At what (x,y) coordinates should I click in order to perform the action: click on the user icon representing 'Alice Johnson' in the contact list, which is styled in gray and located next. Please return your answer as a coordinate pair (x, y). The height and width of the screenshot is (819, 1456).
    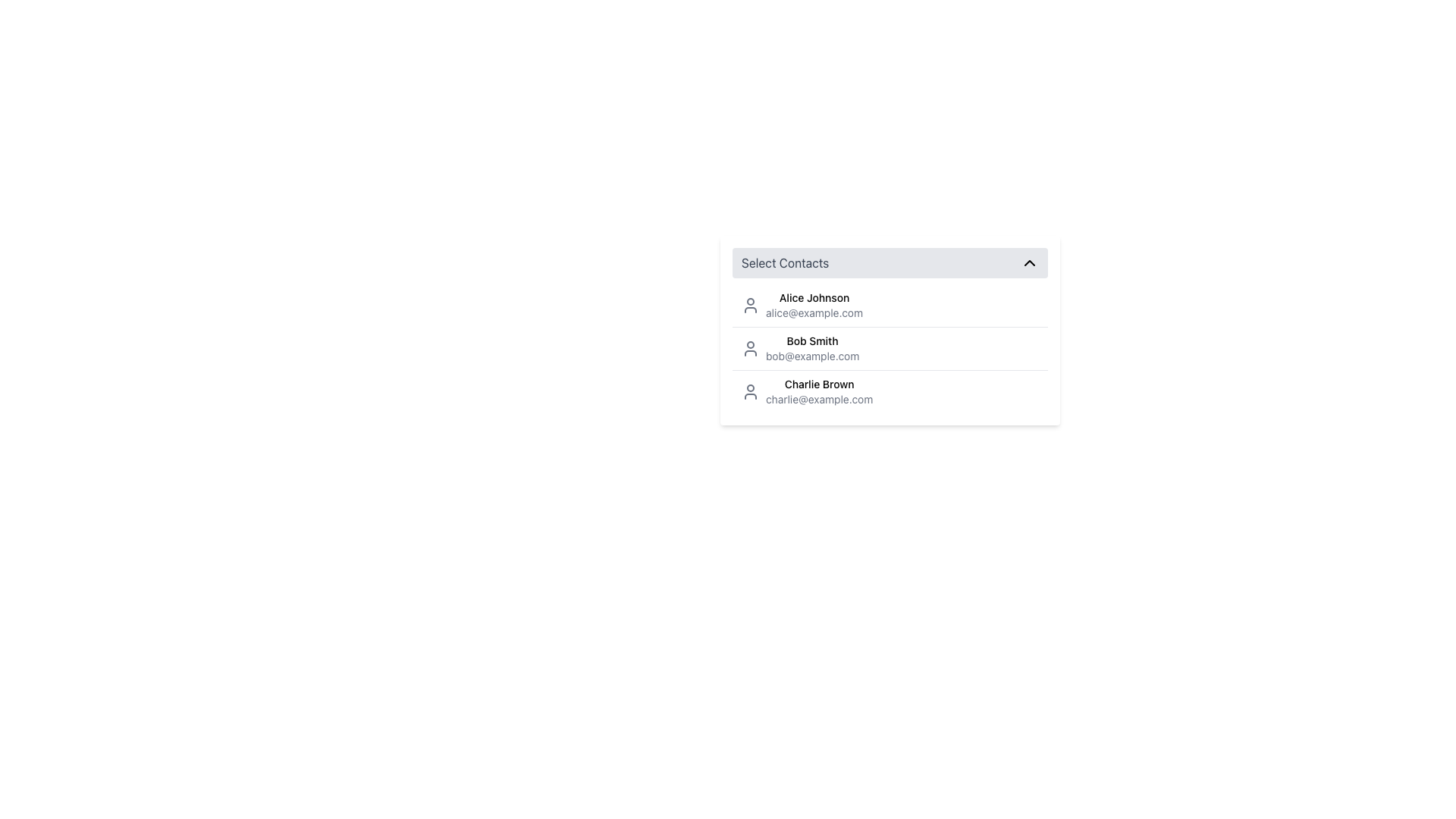
    Looking at the image, I should click on (750, 305).